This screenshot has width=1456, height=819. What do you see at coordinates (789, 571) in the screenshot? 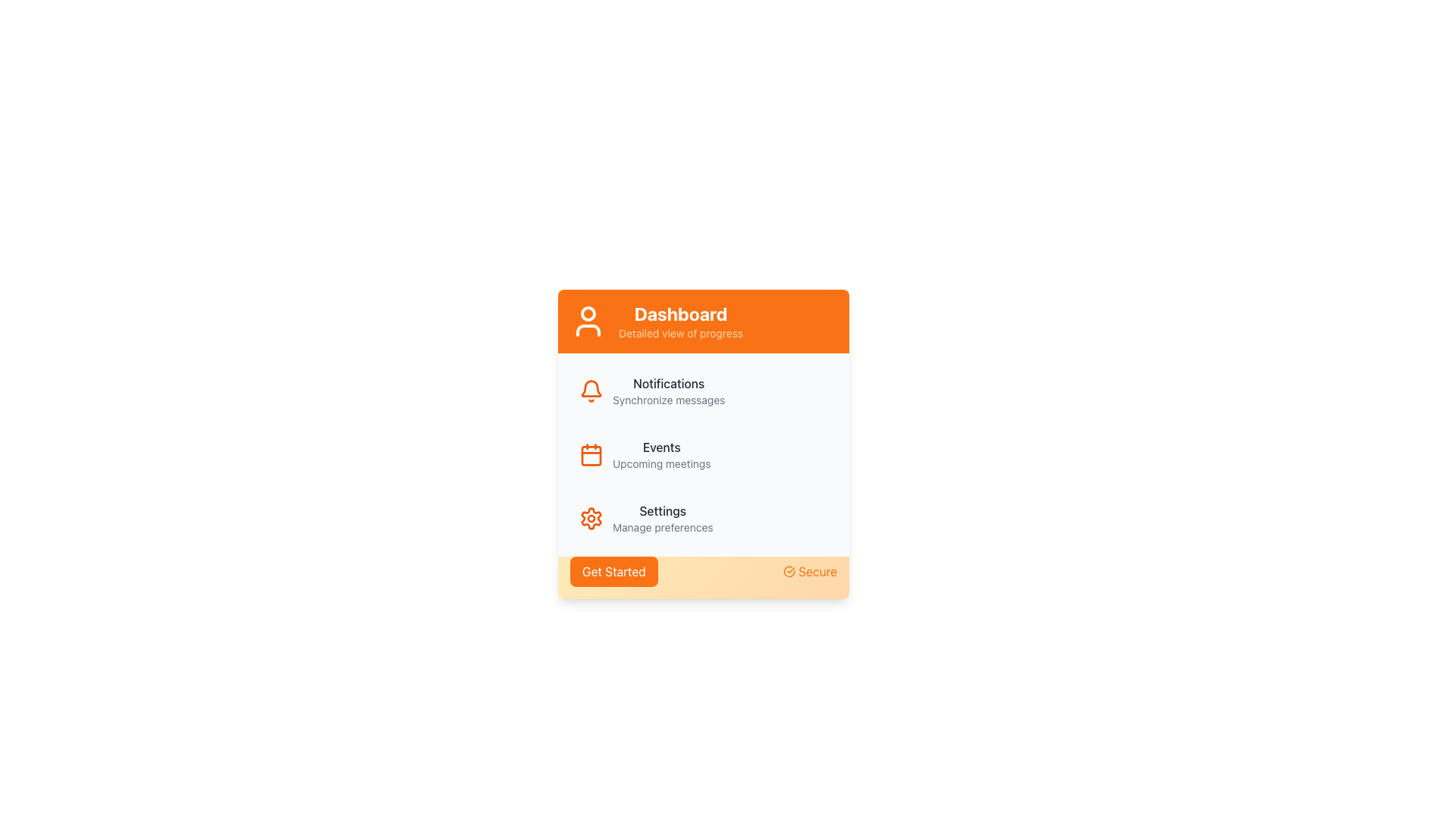
I see `style of the circular check icon located at the bottom-right corner of the card interface, which serves as a visual indicator of security or verification next to the 'Secure' label` at bounding box center [789, 571].